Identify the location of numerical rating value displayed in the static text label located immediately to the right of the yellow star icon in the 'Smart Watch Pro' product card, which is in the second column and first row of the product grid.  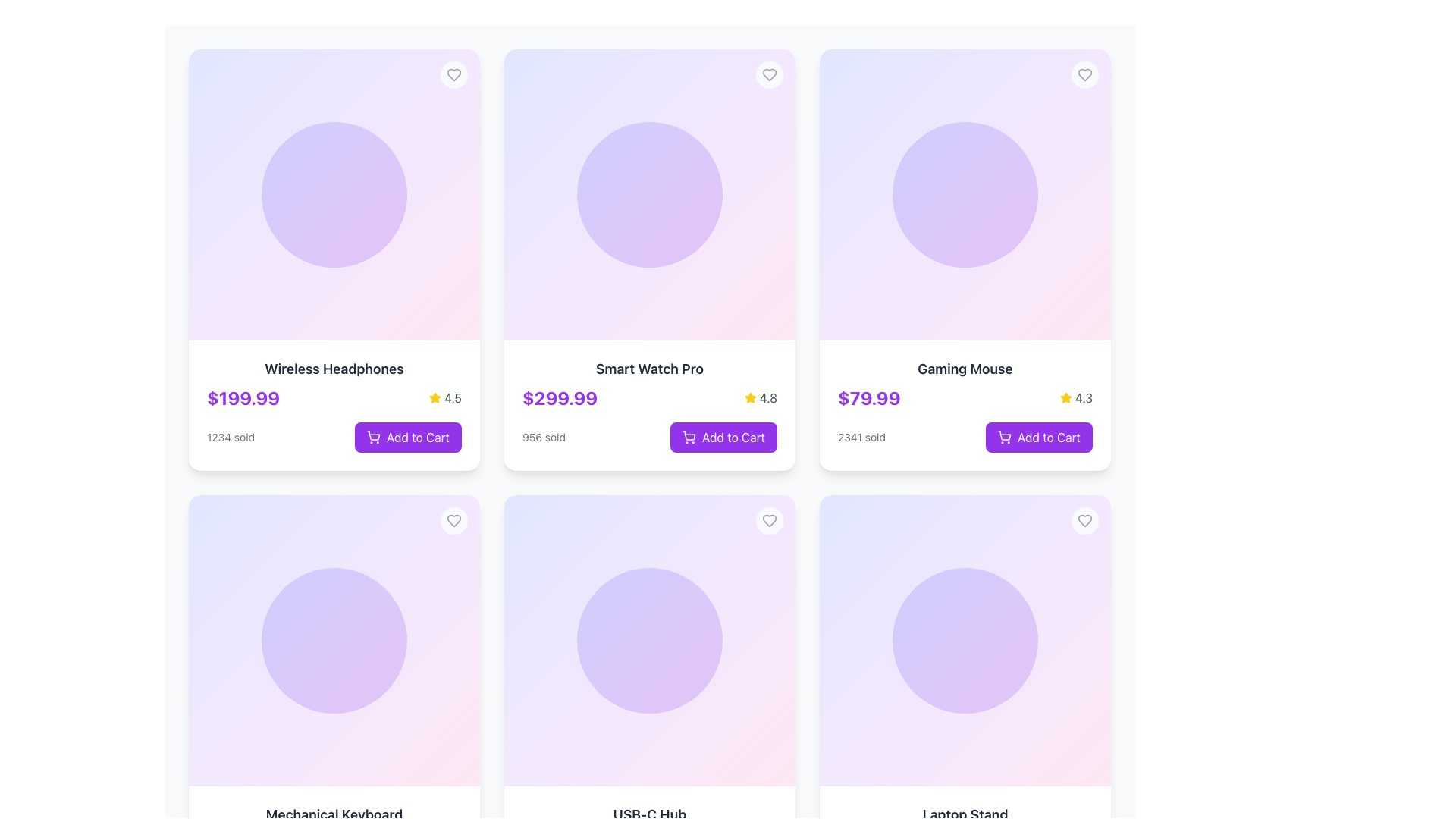
(768, 397).